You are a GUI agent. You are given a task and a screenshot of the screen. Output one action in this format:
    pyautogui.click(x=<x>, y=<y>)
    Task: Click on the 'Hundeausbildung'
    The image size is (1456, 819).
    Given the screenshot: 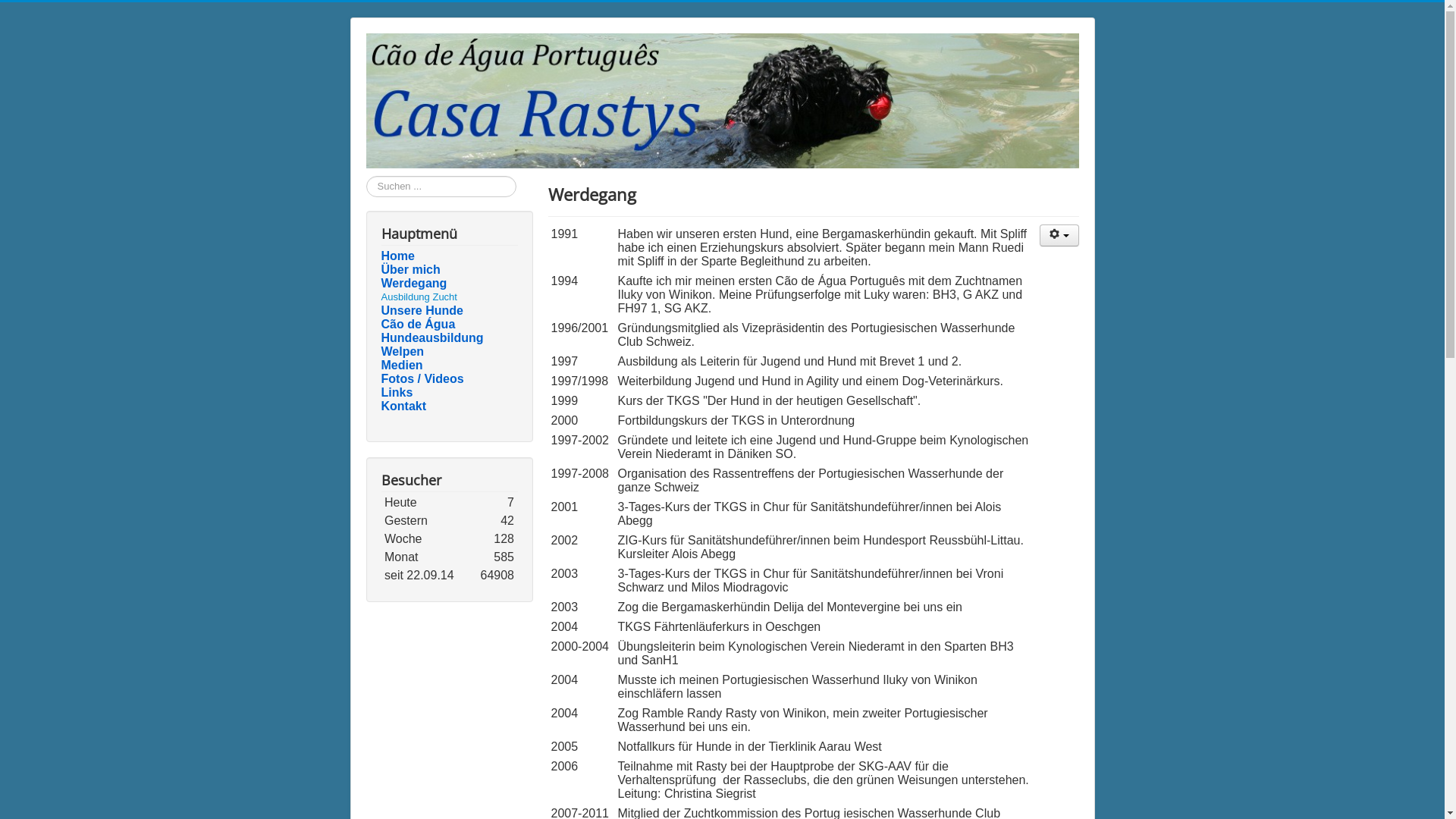 What is the action you would take?
    pyautogui.click(x=447, y=337)
    